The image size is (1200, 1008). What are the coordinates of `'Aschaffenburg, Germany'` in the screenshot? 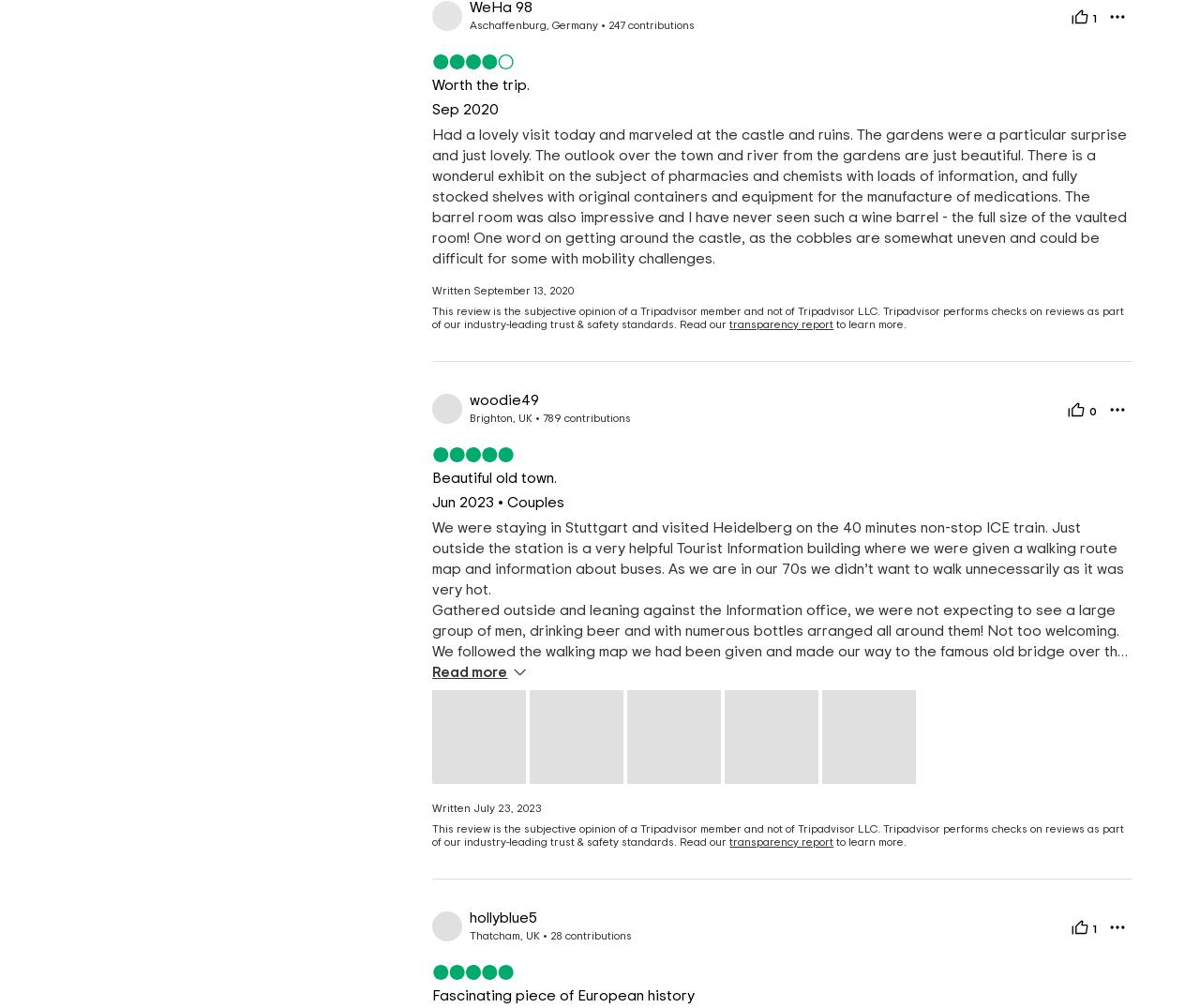 It's located at (532, 23).